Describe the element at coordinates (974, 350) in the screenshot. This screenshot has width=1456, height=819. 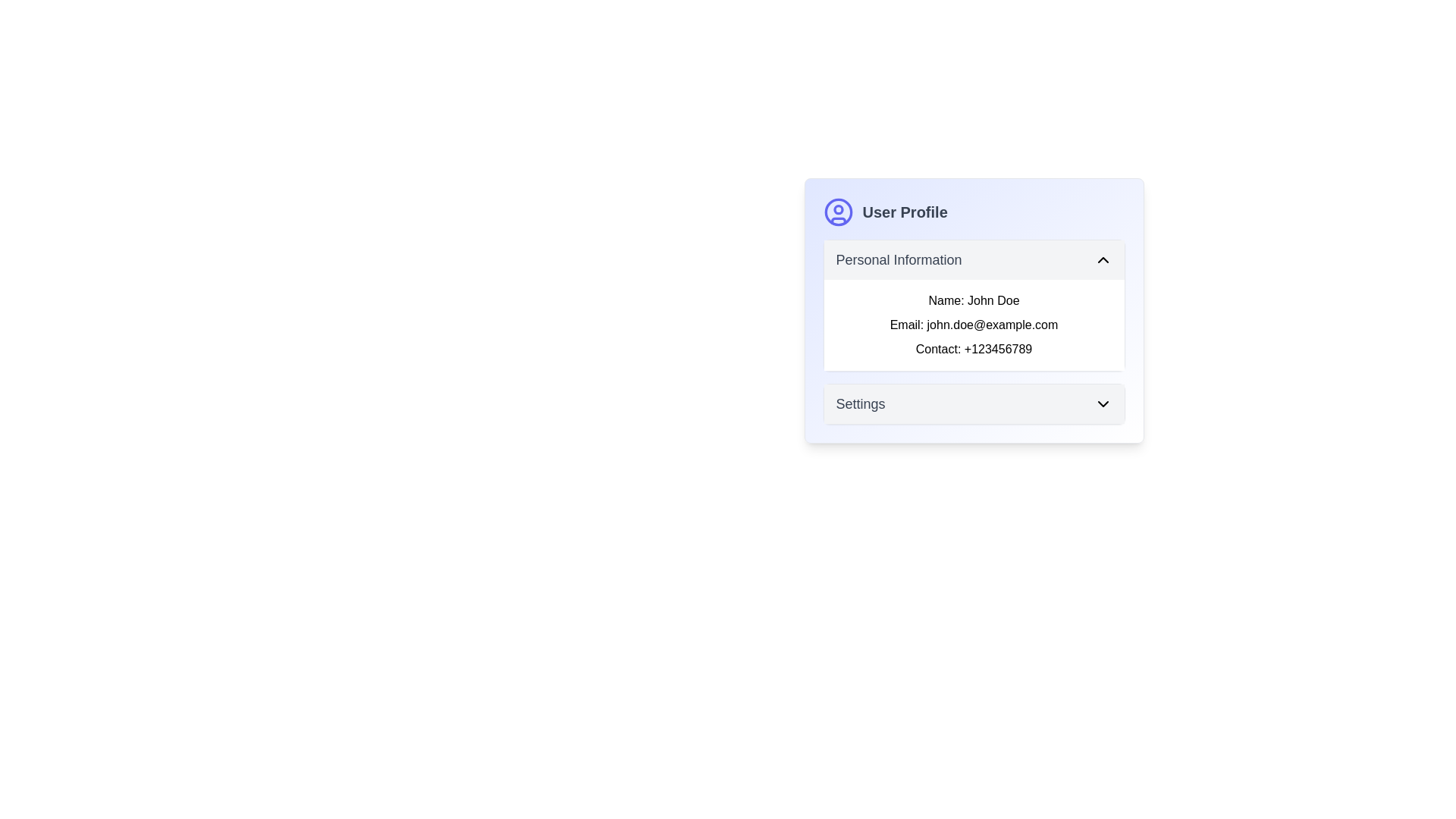
I see `the text label displaying 'Contact: +123456789', which is located in the 'Personal Information' section of the 'User Profile' card, positioned below the 'Email' field` at that location.